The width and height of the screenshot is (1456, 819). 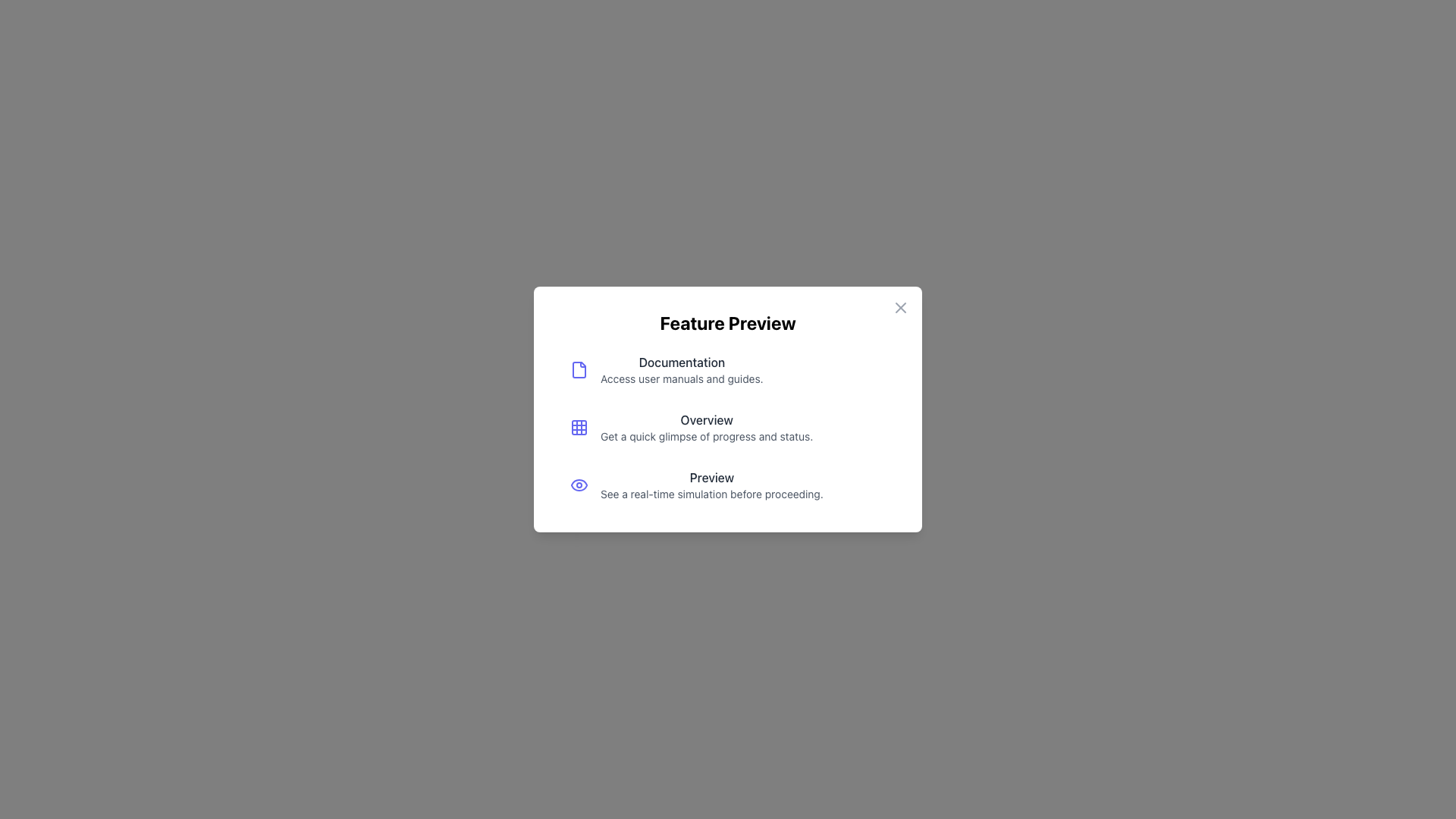 What do you see at coordinates (578, 370) in the screenshot?
I see `the visual indicator icon for the 'Documentation' option, located in the top-left corner of the dialog` at bounding box center [578, 370].